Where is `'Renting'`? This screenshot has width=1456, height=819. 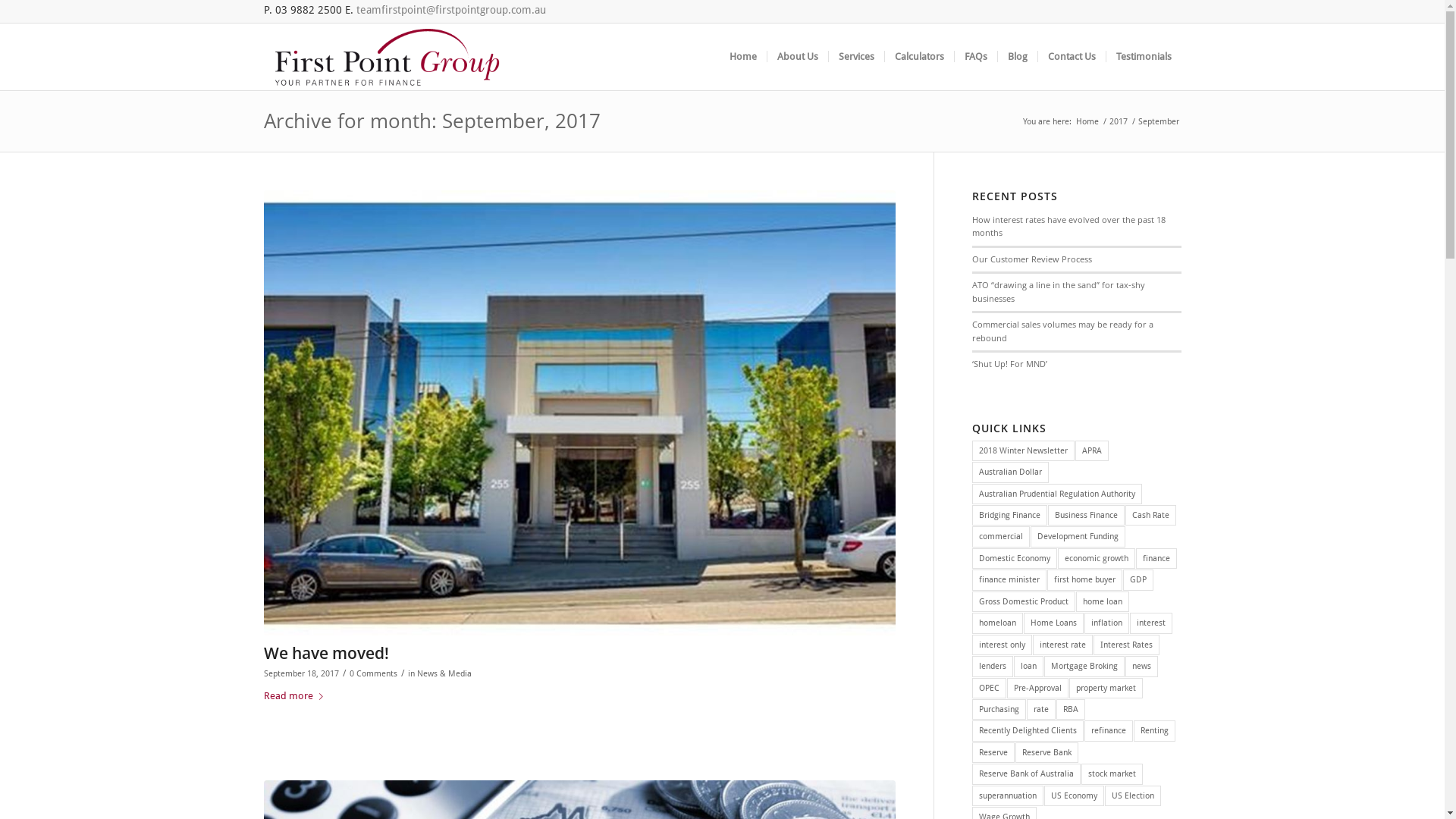 'Renting' is located at coordinates (1153, 730).